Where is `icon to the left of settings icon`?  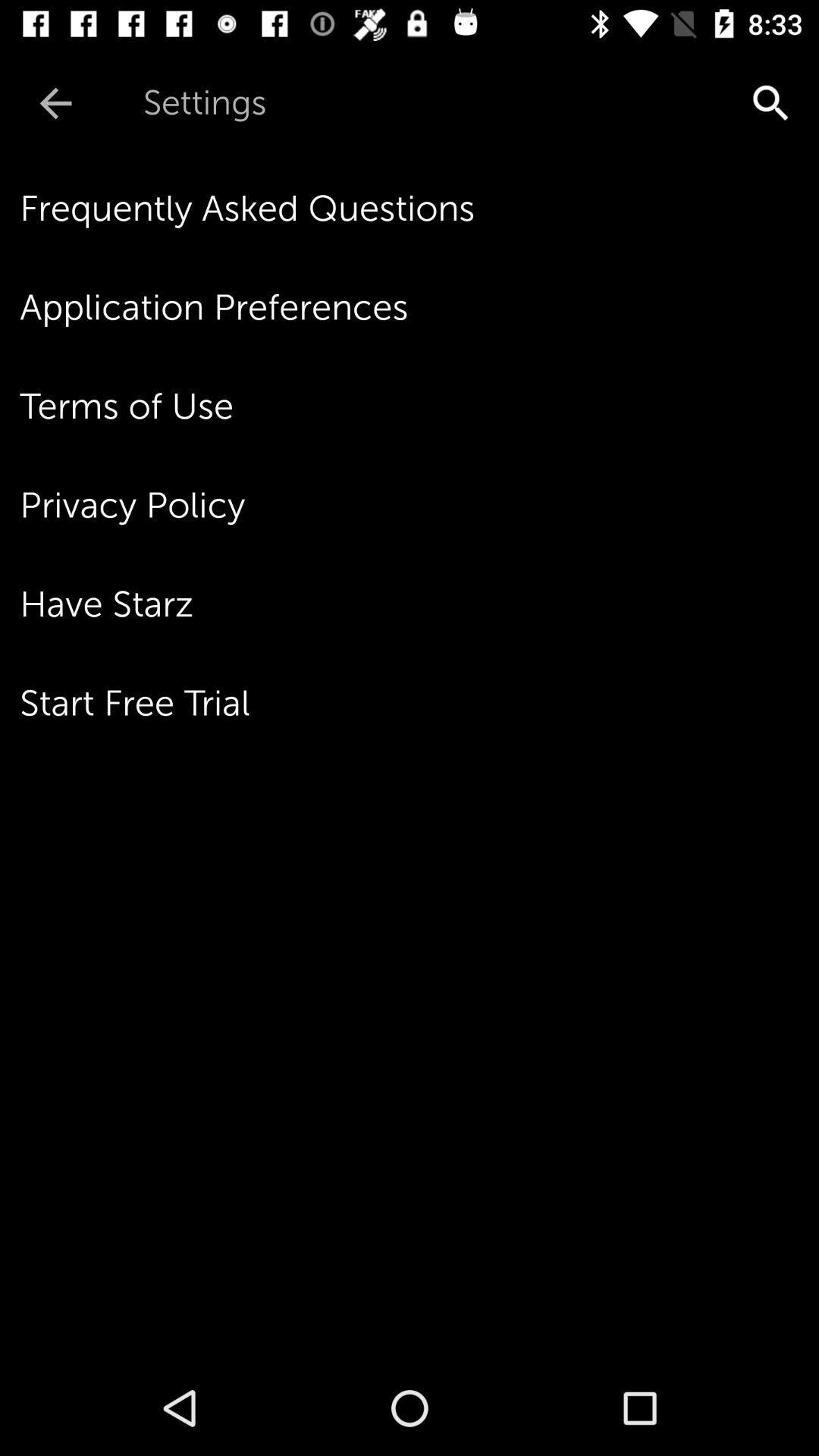
icon to the left of settings icon is located at coordinates (55, 102).